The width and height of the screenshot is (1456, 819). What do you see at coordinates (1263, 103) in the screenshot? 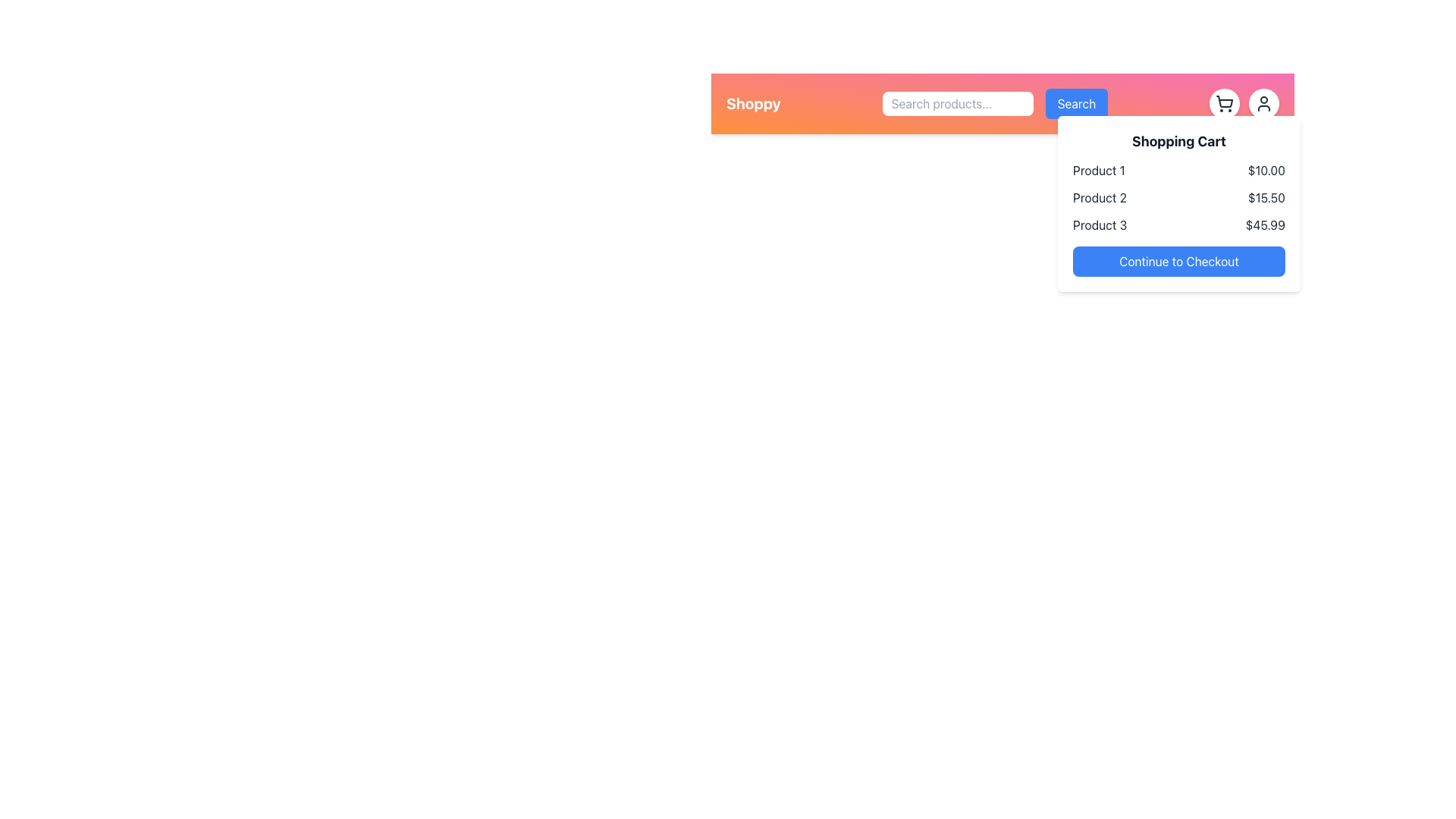
I see `the user profile SVG icon located inside the circular button at the far right of the navigation bar` at bounding box center [1263, 103].